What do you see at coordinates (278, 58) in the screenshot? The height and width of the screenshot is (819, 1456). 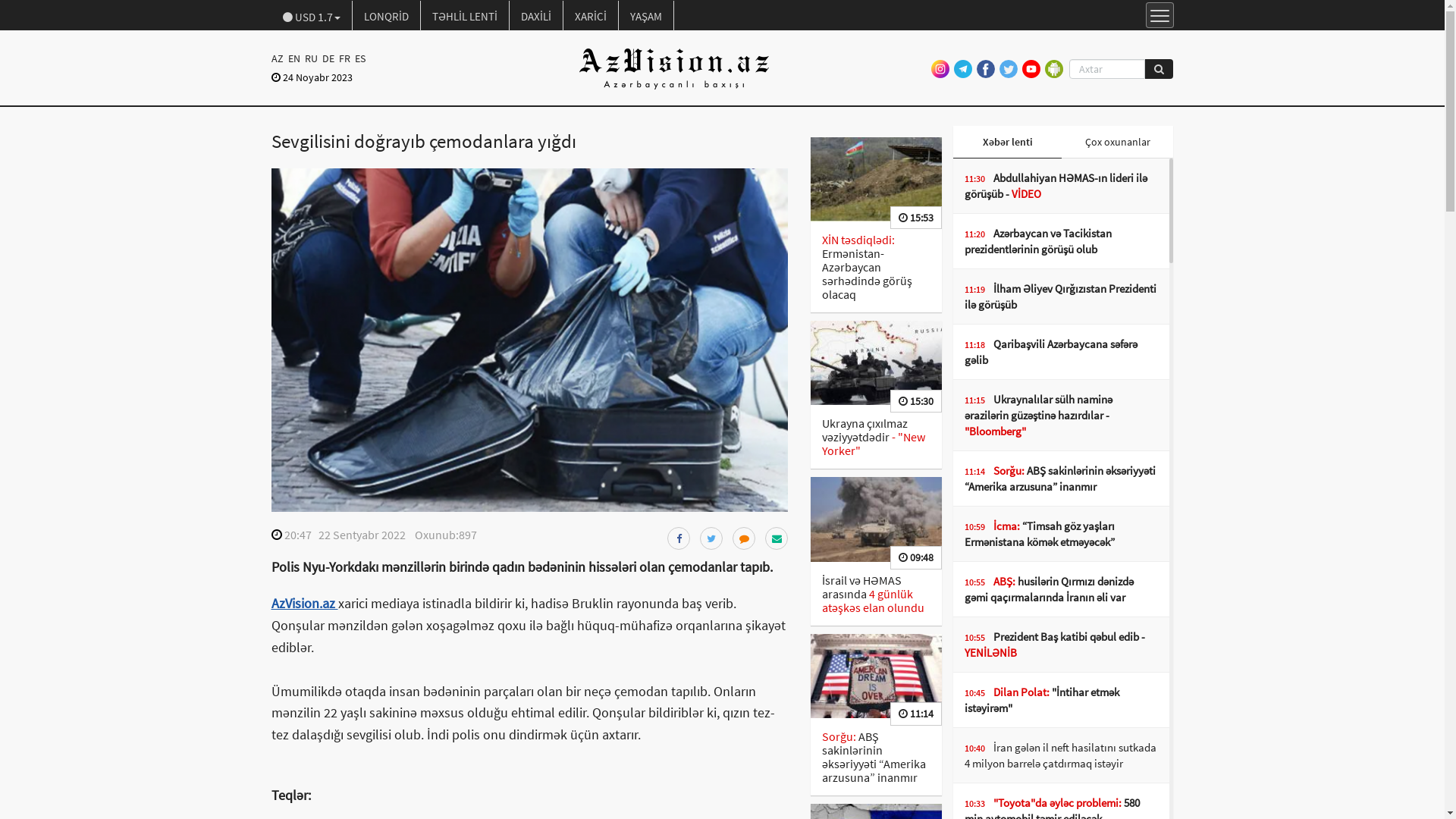 I see `'AZ'` at bounding box center [278, 58].